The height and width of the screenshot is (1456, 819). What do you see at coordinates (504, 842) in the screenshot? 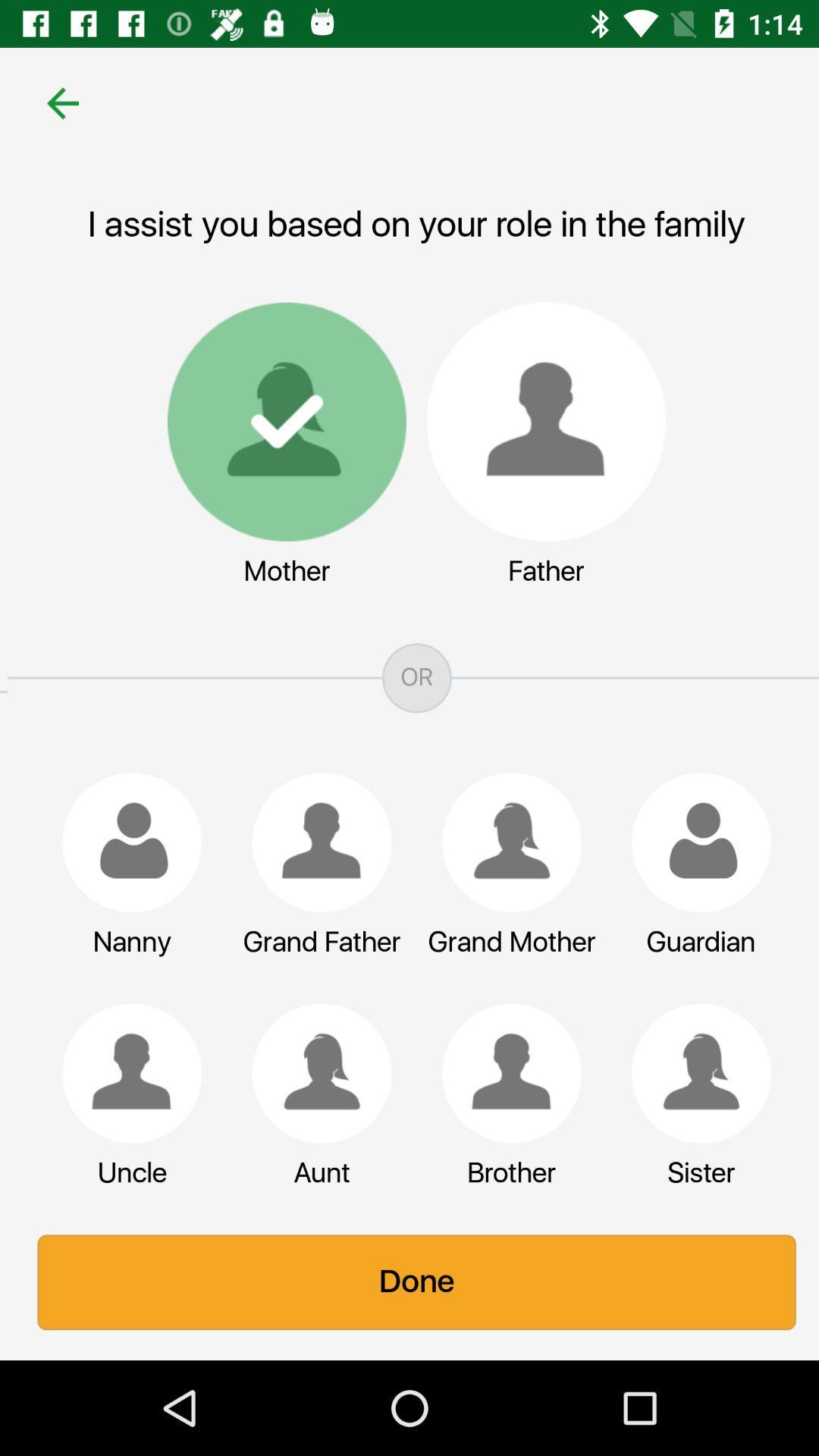
I see `choose indicated item` at bounding box center [504, 842].